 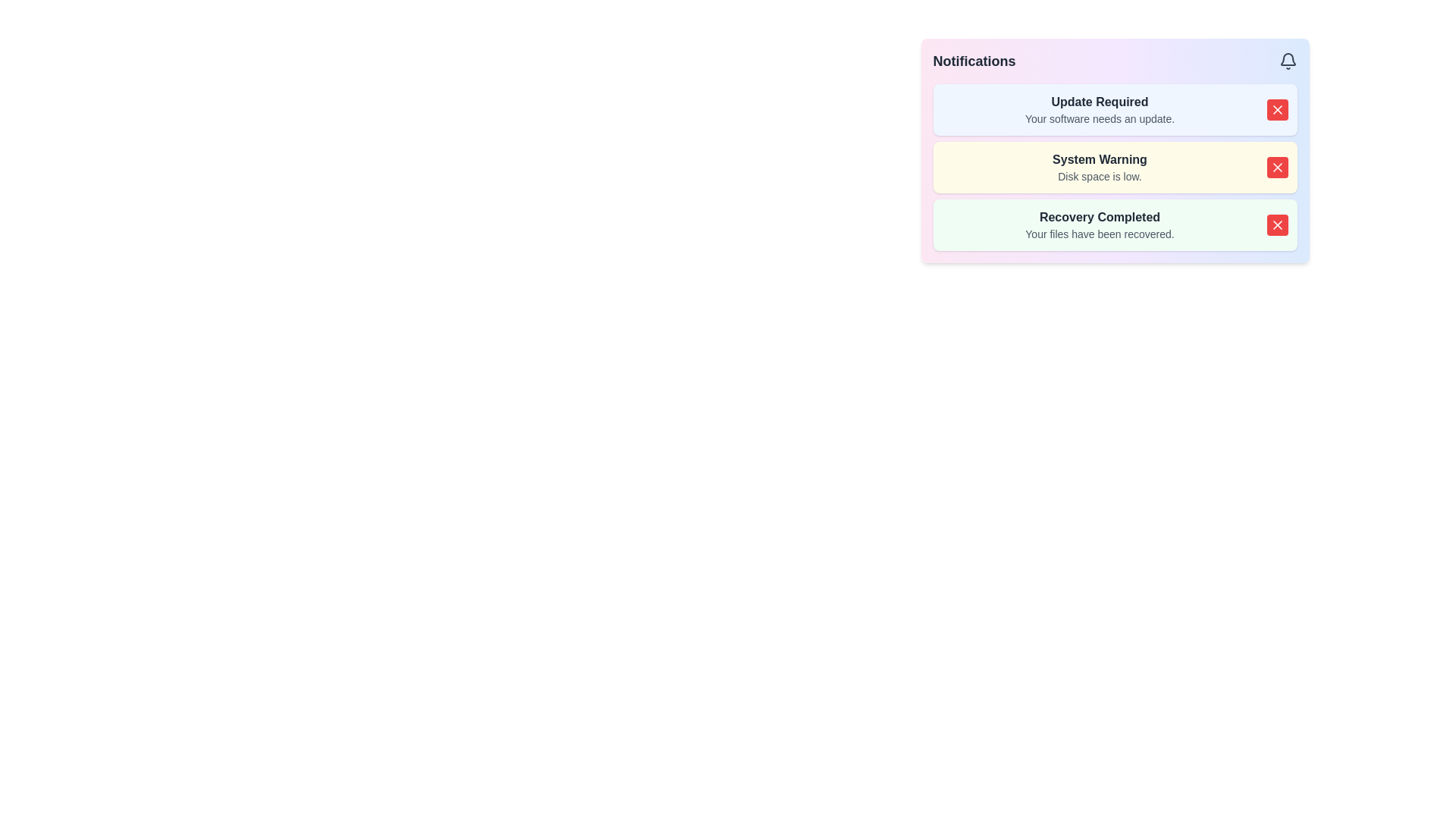 What do you see at coordinates (1100, 102) in the screenshot?
I see `the notification title Text Label that indicates a software update is required, located at the top-left section of the notification list` at bounding box center [1100, 102].